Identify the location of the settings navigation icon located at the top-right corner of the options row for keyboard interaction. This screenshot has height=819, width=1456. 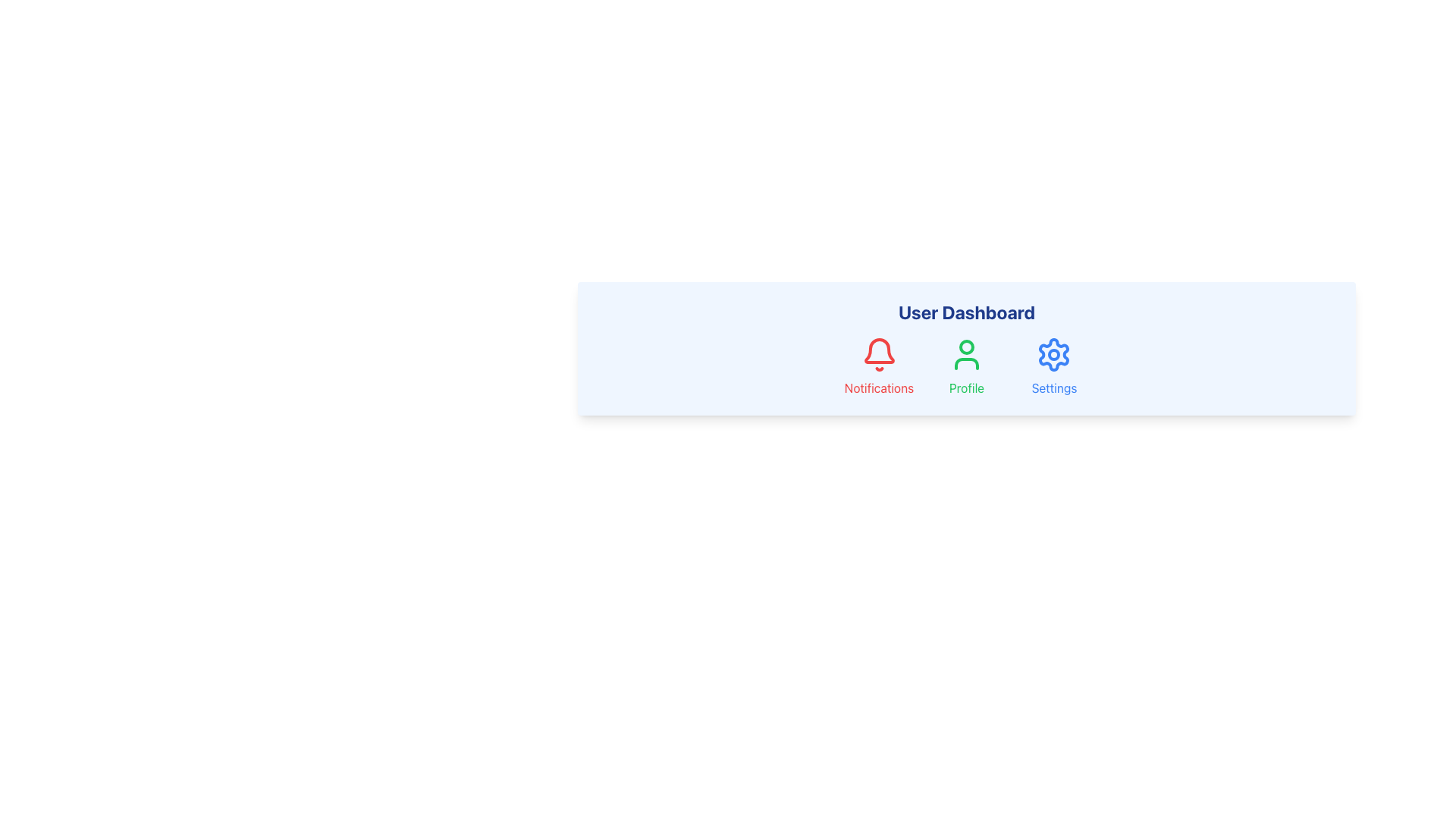
(1053, 366).